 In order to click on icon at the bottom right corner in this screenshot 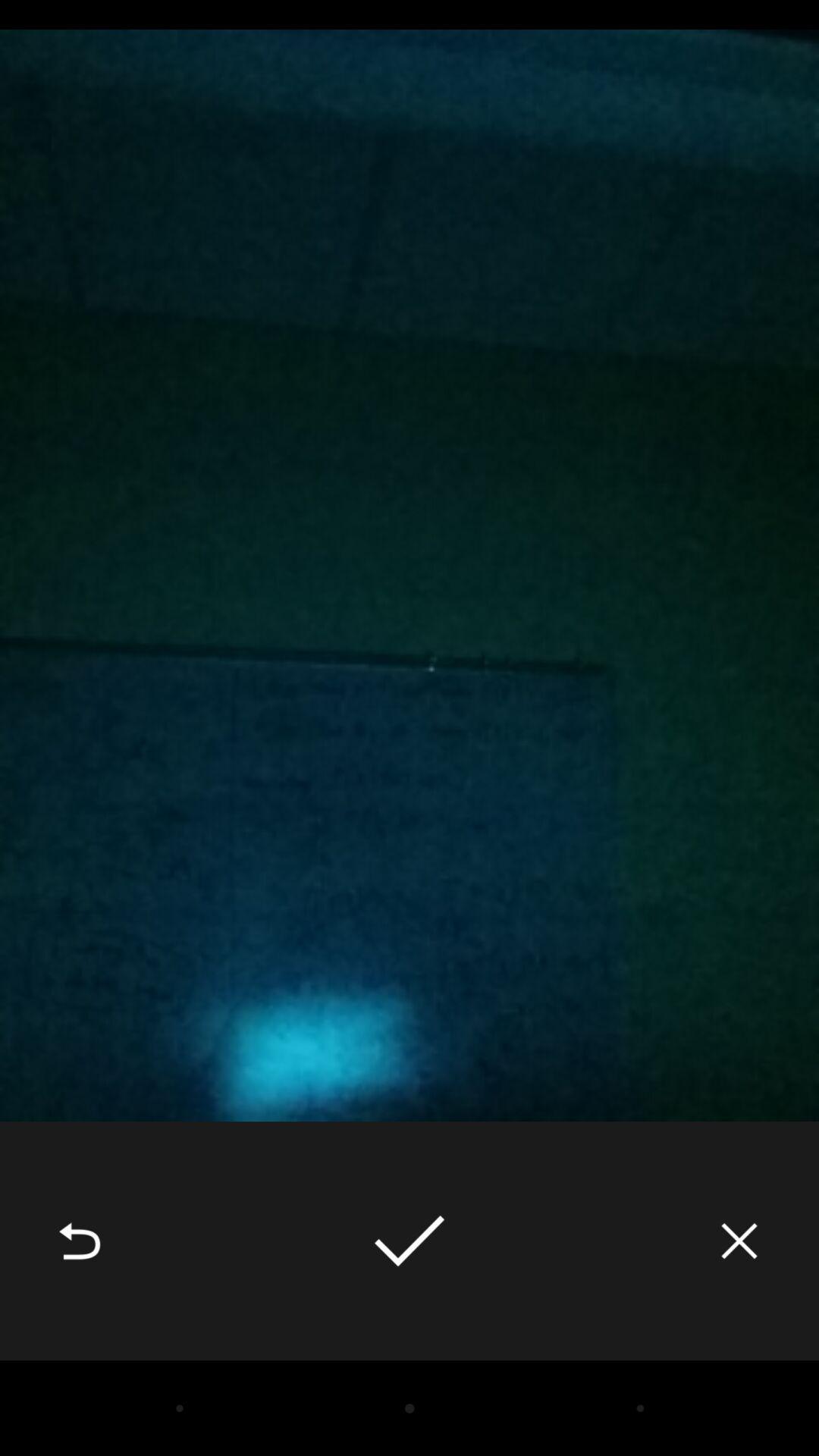, I will do `click(739, 1241)`.